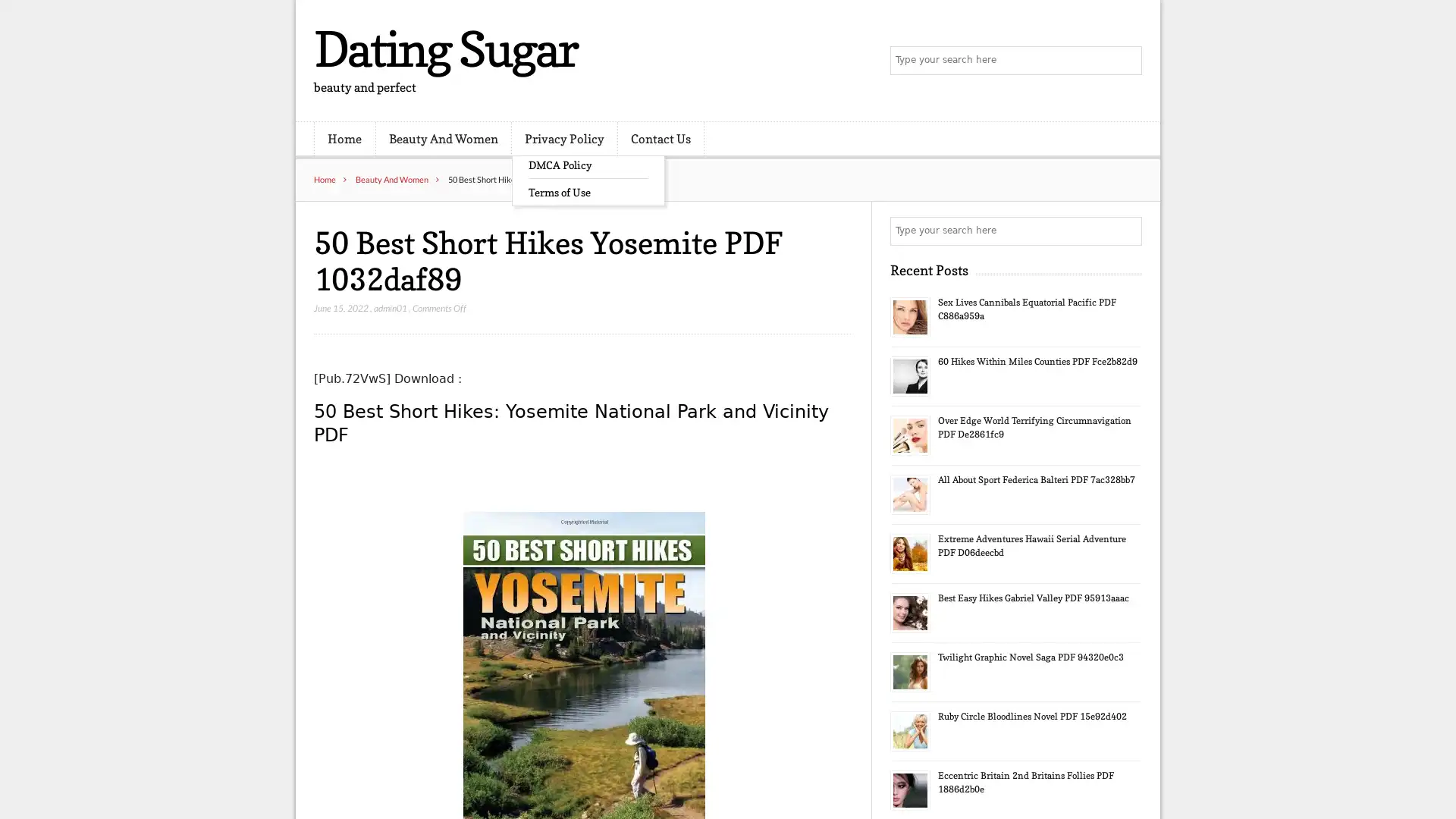  Describe the element at coordinates (1126, 61) in the screenshot. I see `Search` at that location.